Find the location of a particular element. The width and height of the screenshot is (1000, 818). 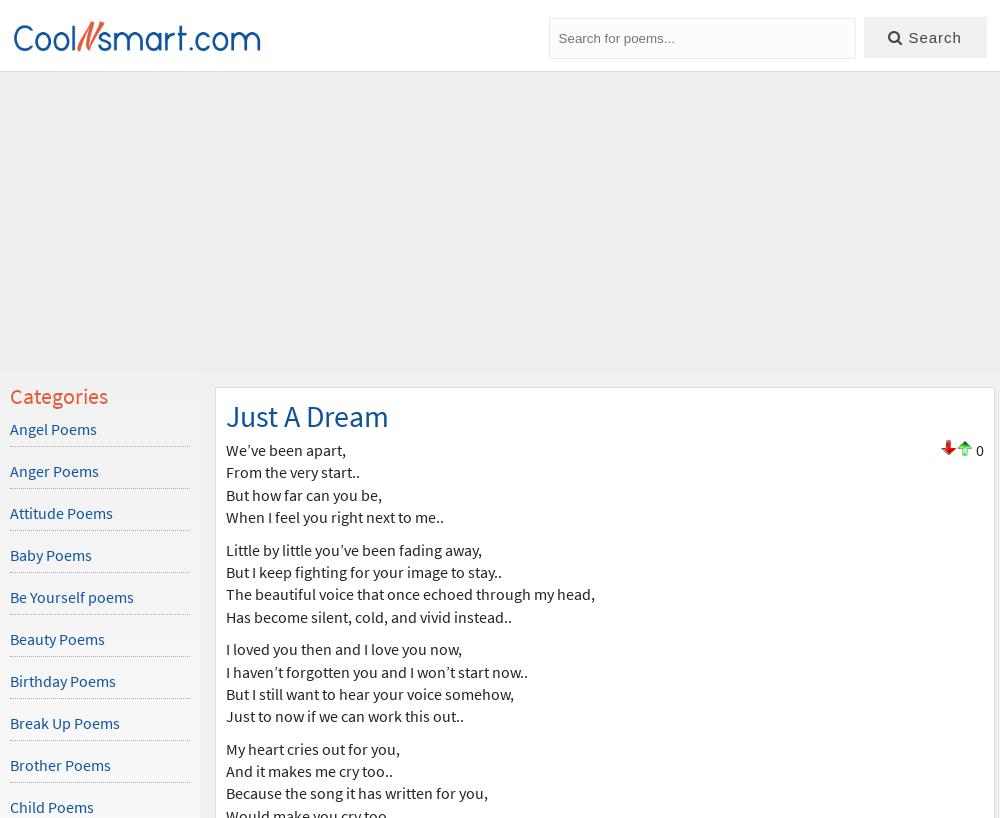

'But I still want to hear your voice somehow,' is located at coordinates (369, 692).